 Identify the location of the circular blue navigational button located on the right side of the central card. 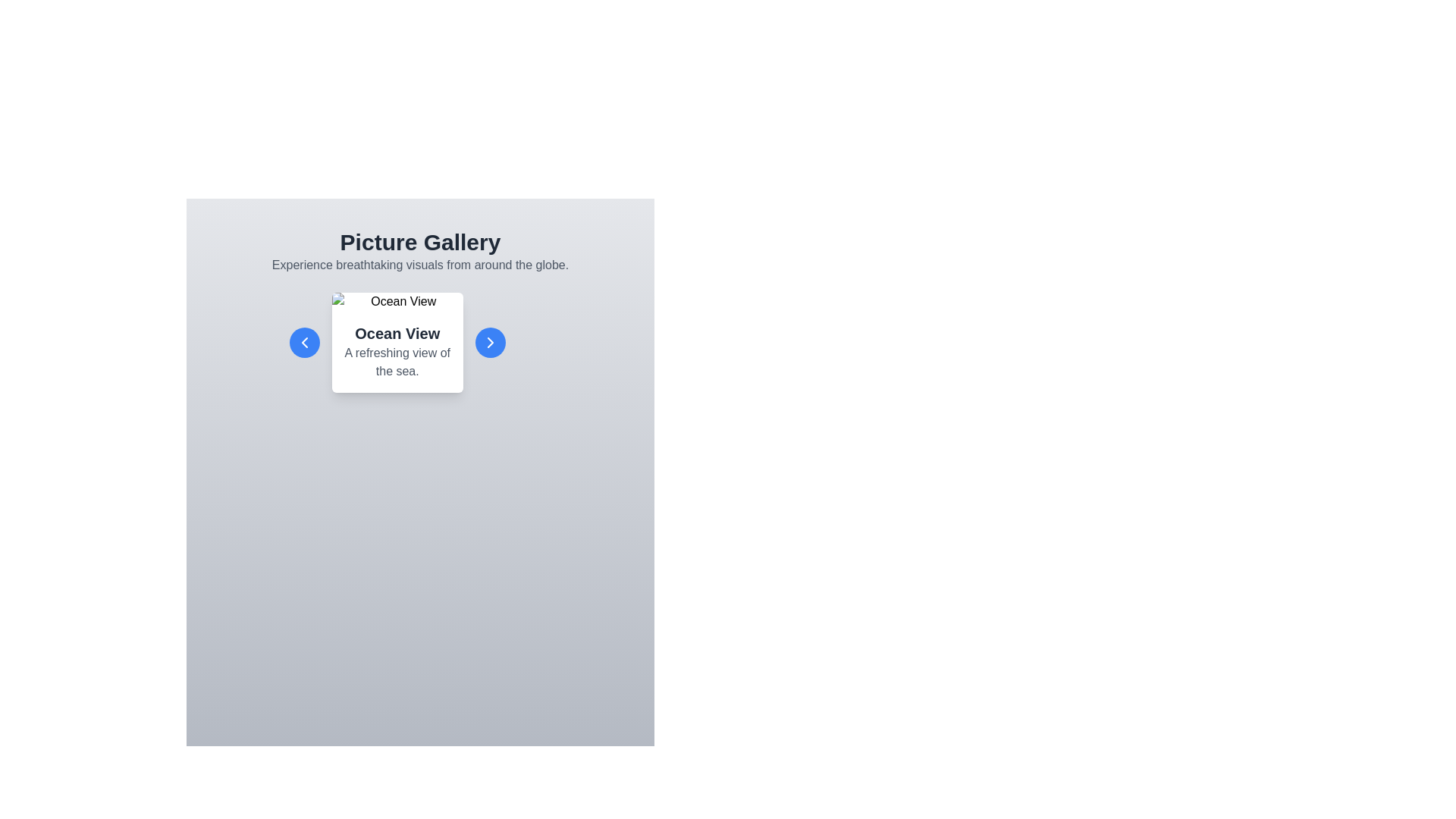
(490, 342).